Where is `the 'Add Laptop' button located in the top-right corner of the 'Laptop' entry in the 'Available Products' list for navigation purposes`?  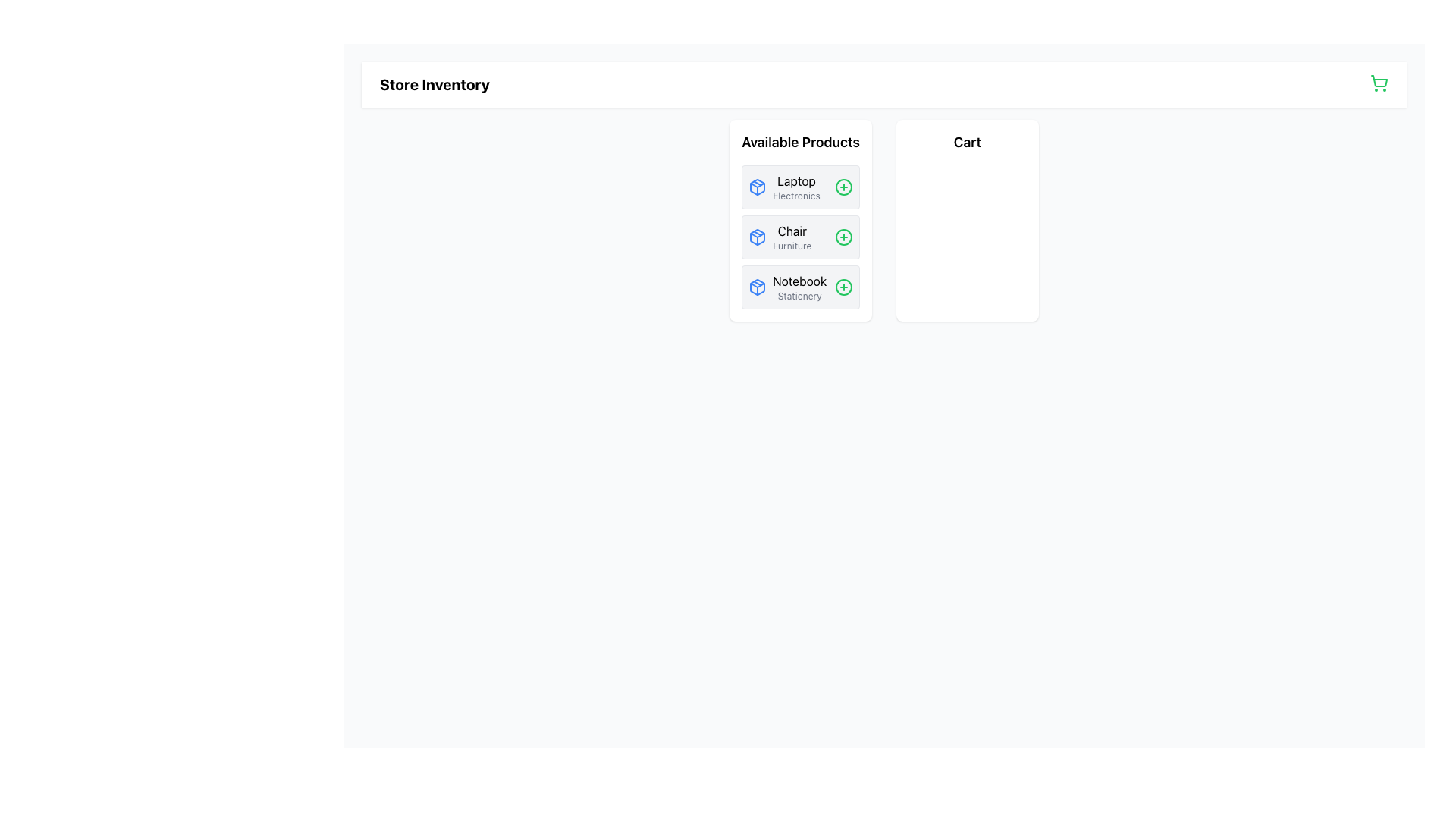
the 'Add Laptop' button located in the top-right corner of the 'Laptop' entry in the 'Available Products' list for navigation purposes is located at coordinates (843, 186).